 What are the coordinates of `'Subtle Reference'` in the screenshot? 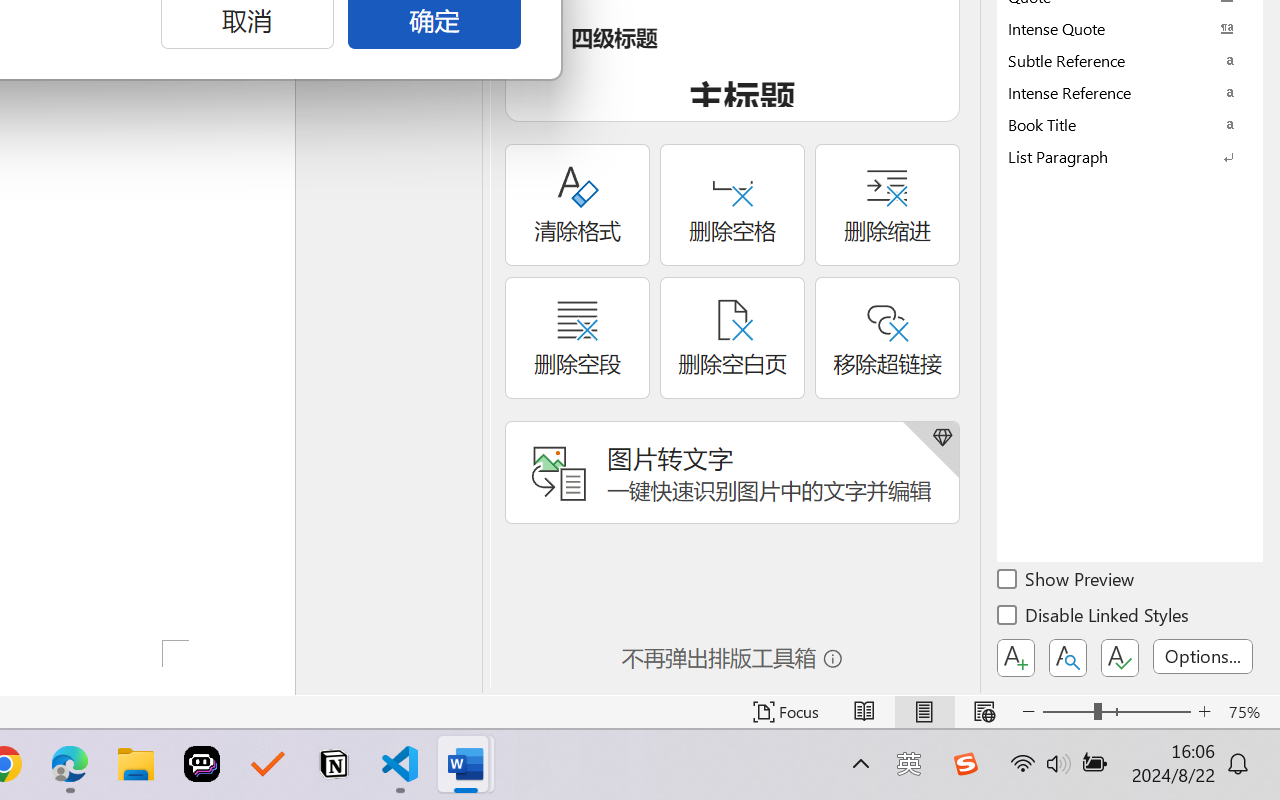 It's located at (1130, 59).